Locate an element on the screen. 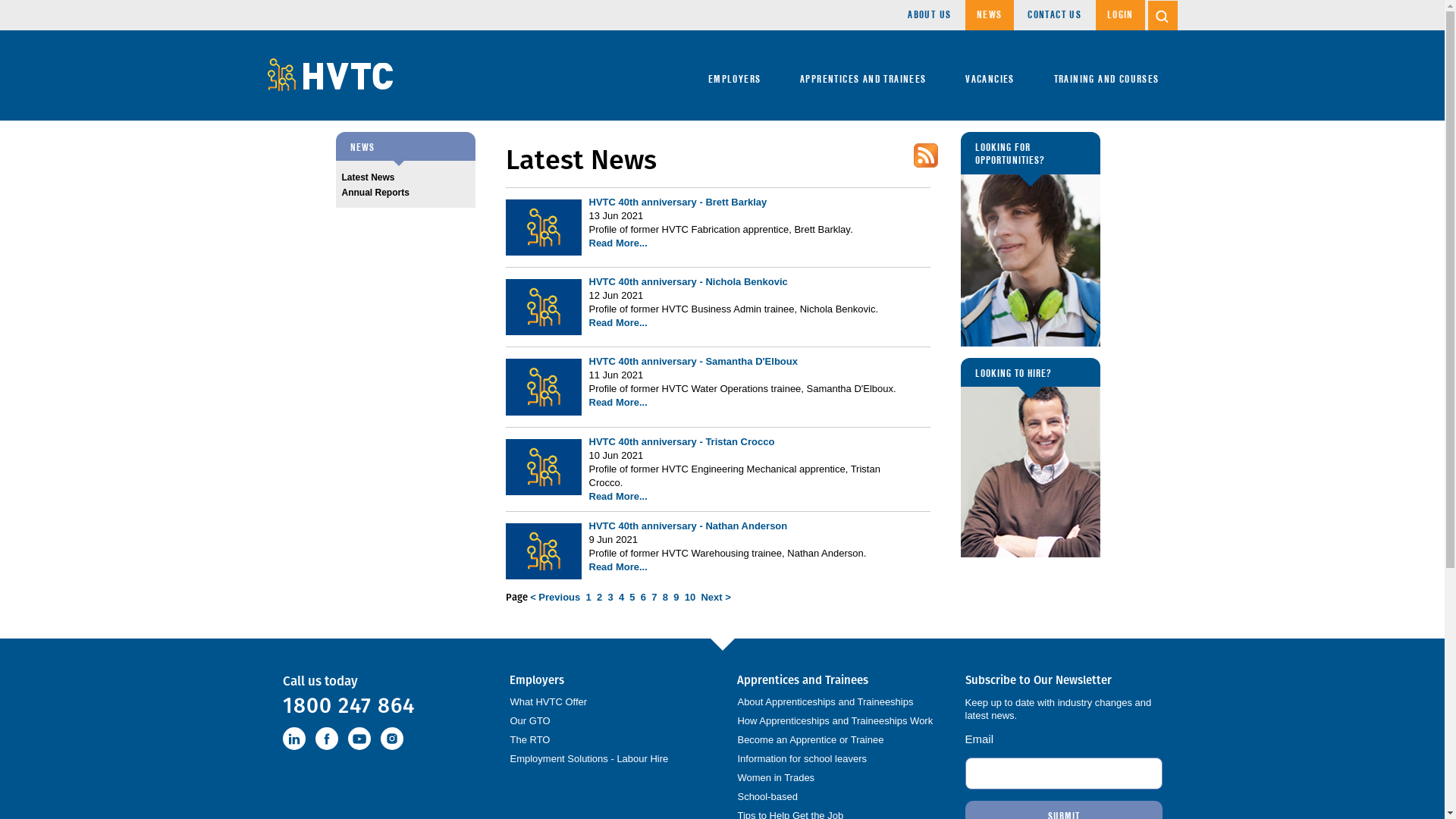  'TRAINING AND COURSES' is located at coordinates (1106, 75).